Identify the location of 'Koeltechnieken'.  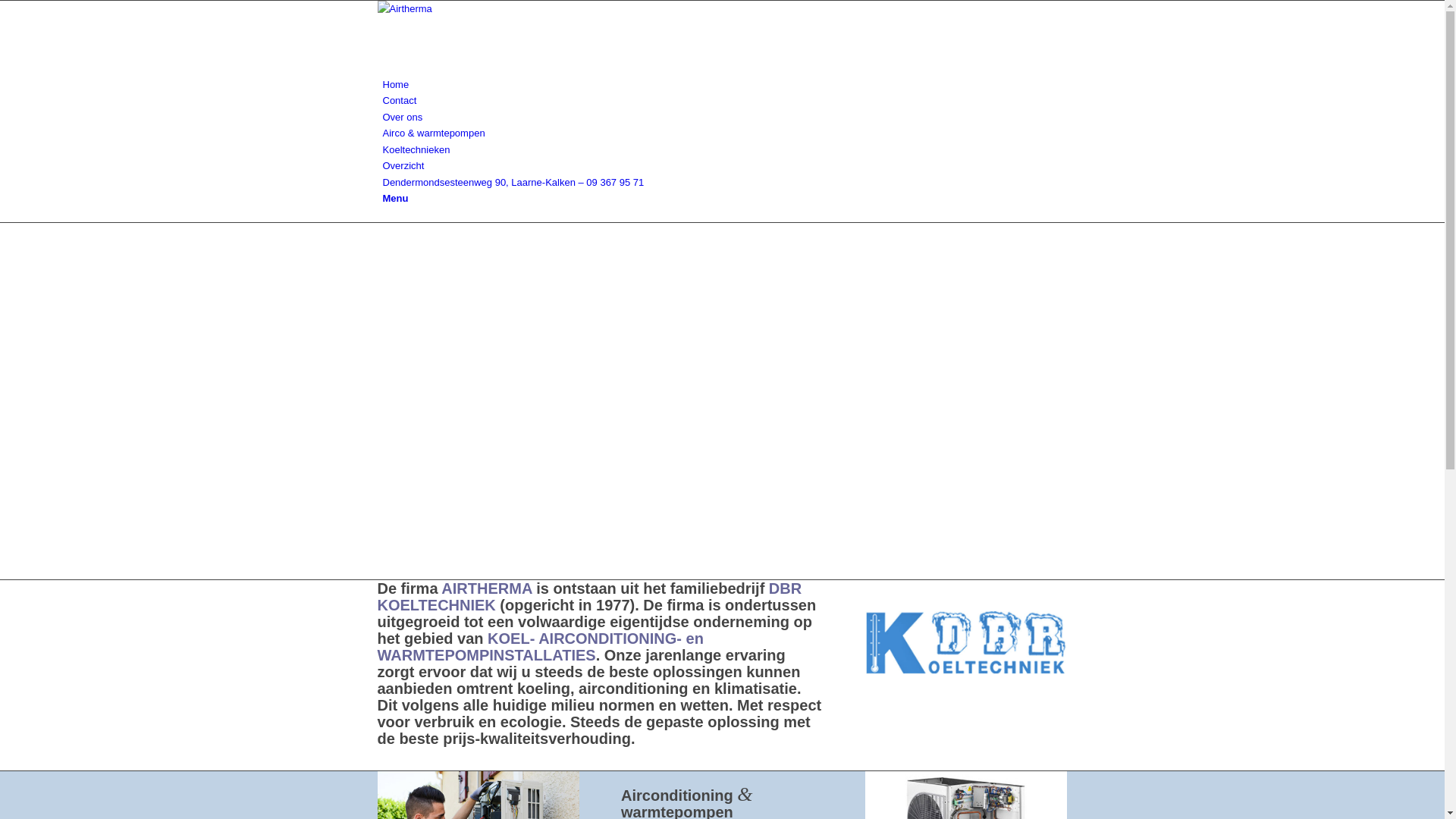
(416, 149).